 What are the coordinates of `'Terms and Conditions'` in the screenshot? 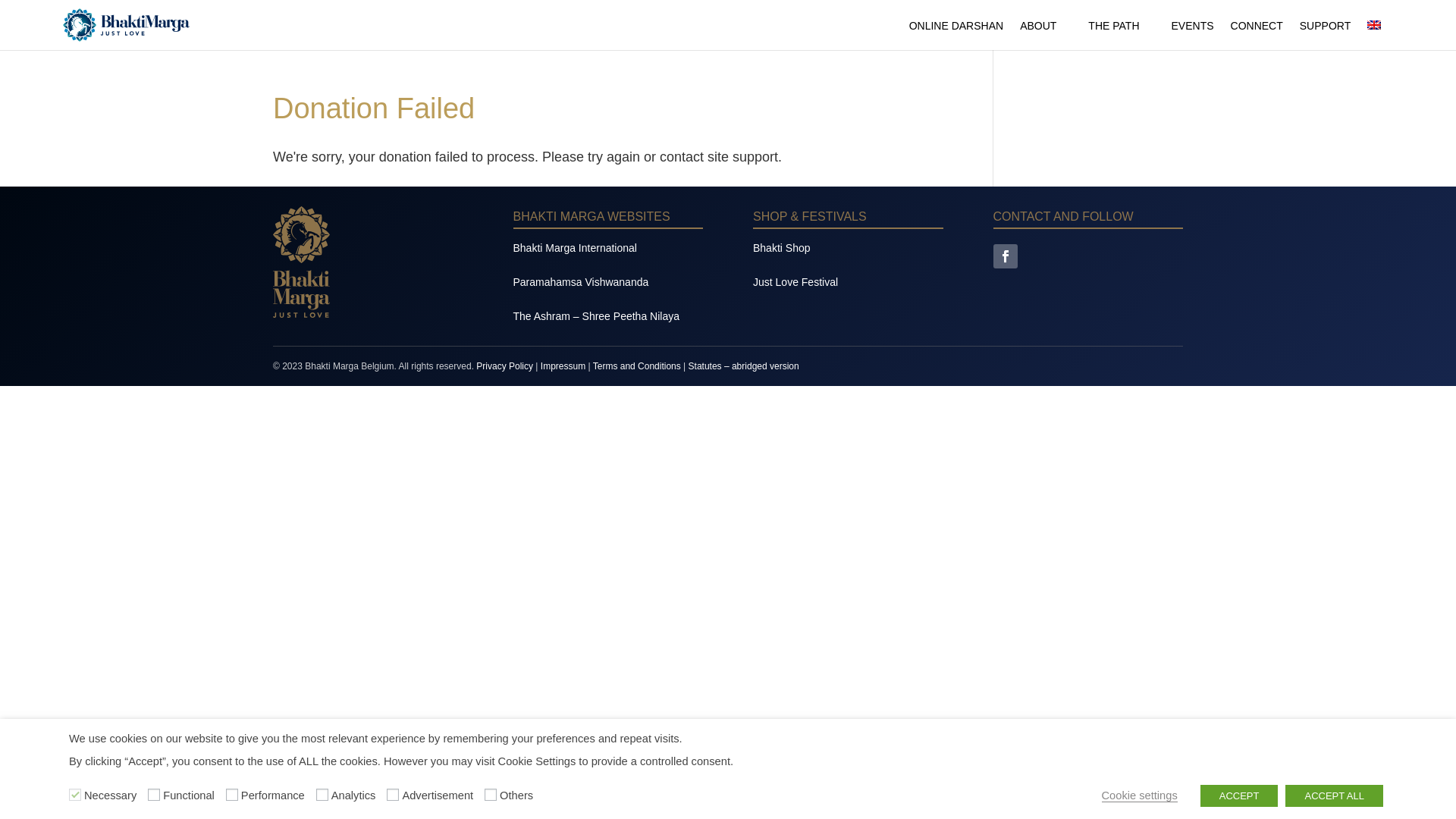 It's located at (637, 366).